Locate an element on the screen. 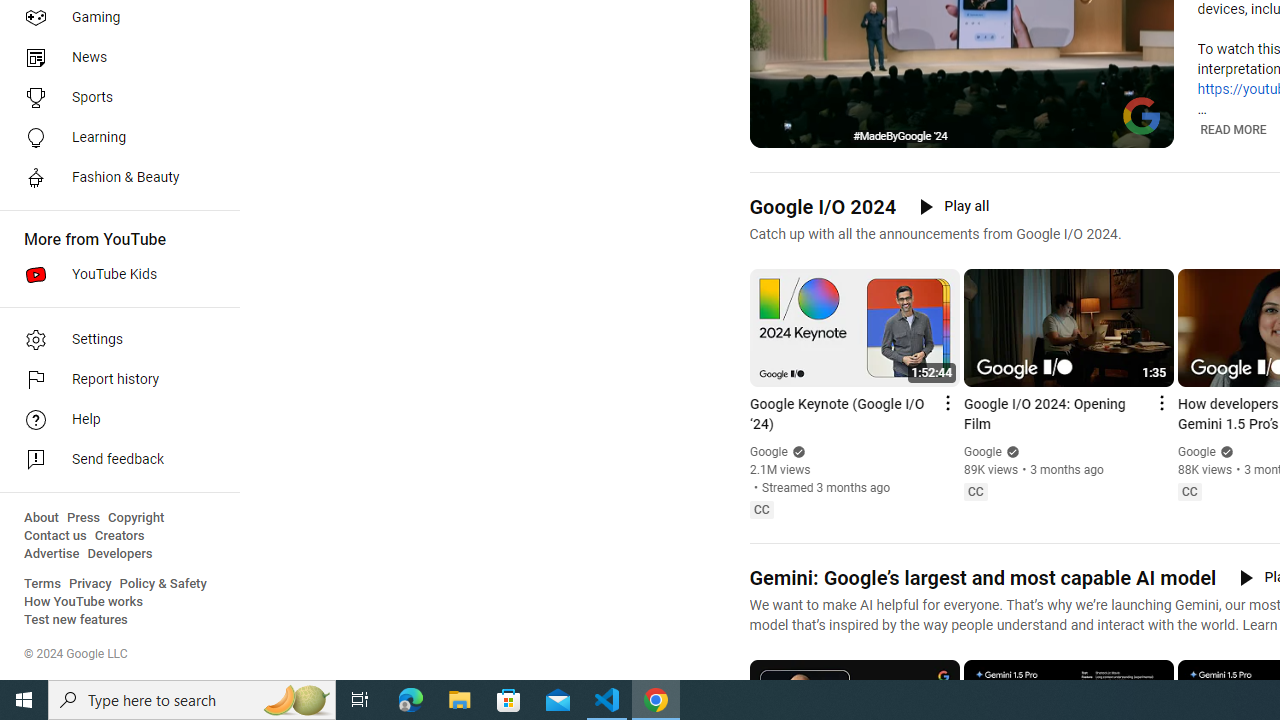 This screenshot has width=1280, height=720. 'How YouTube works' is located at coordinates (82, 601).